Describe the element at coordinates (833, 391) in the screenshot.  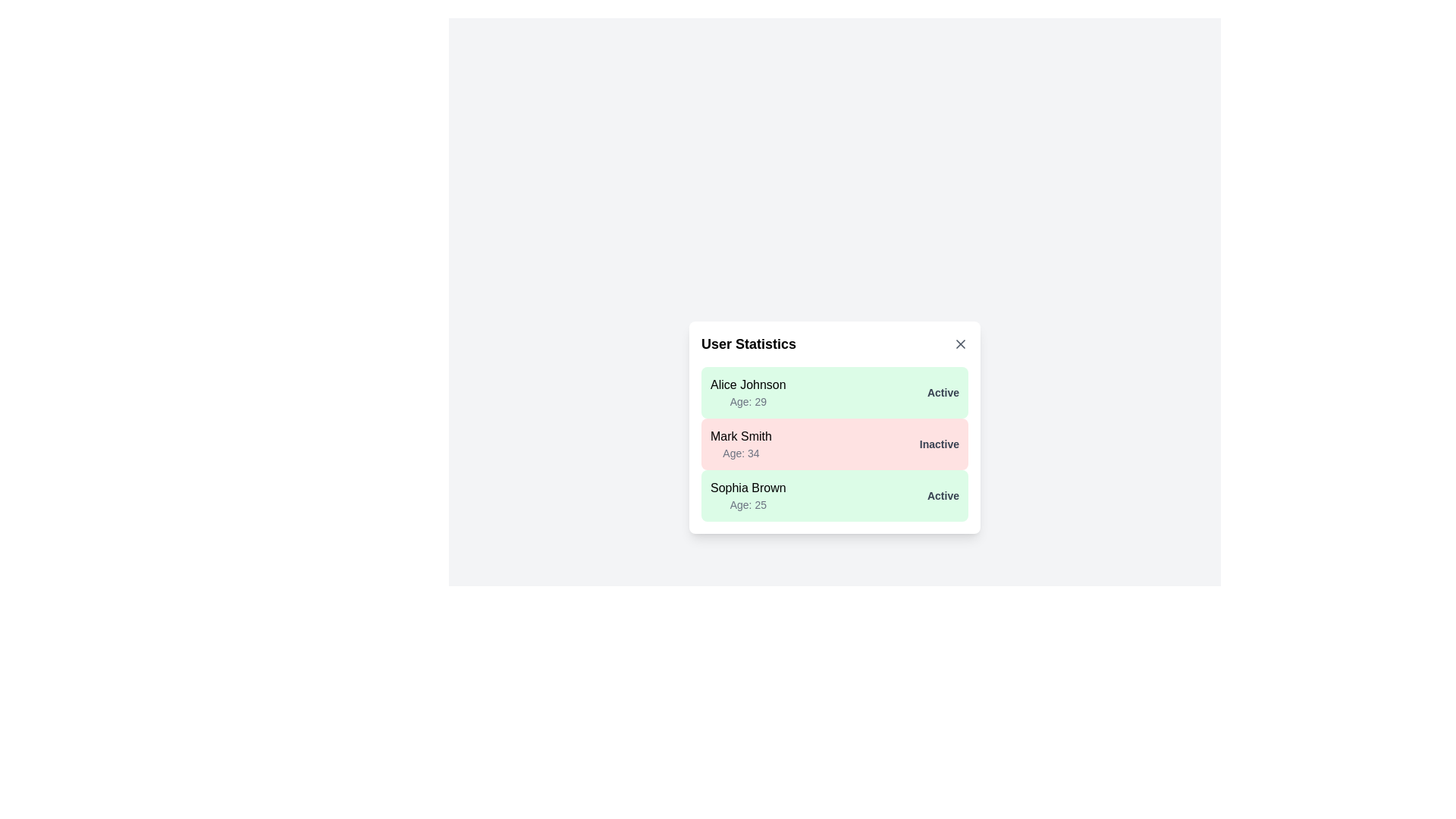
I see `the user entry corresponding to Alice Johnson to inspect their details` at that location.